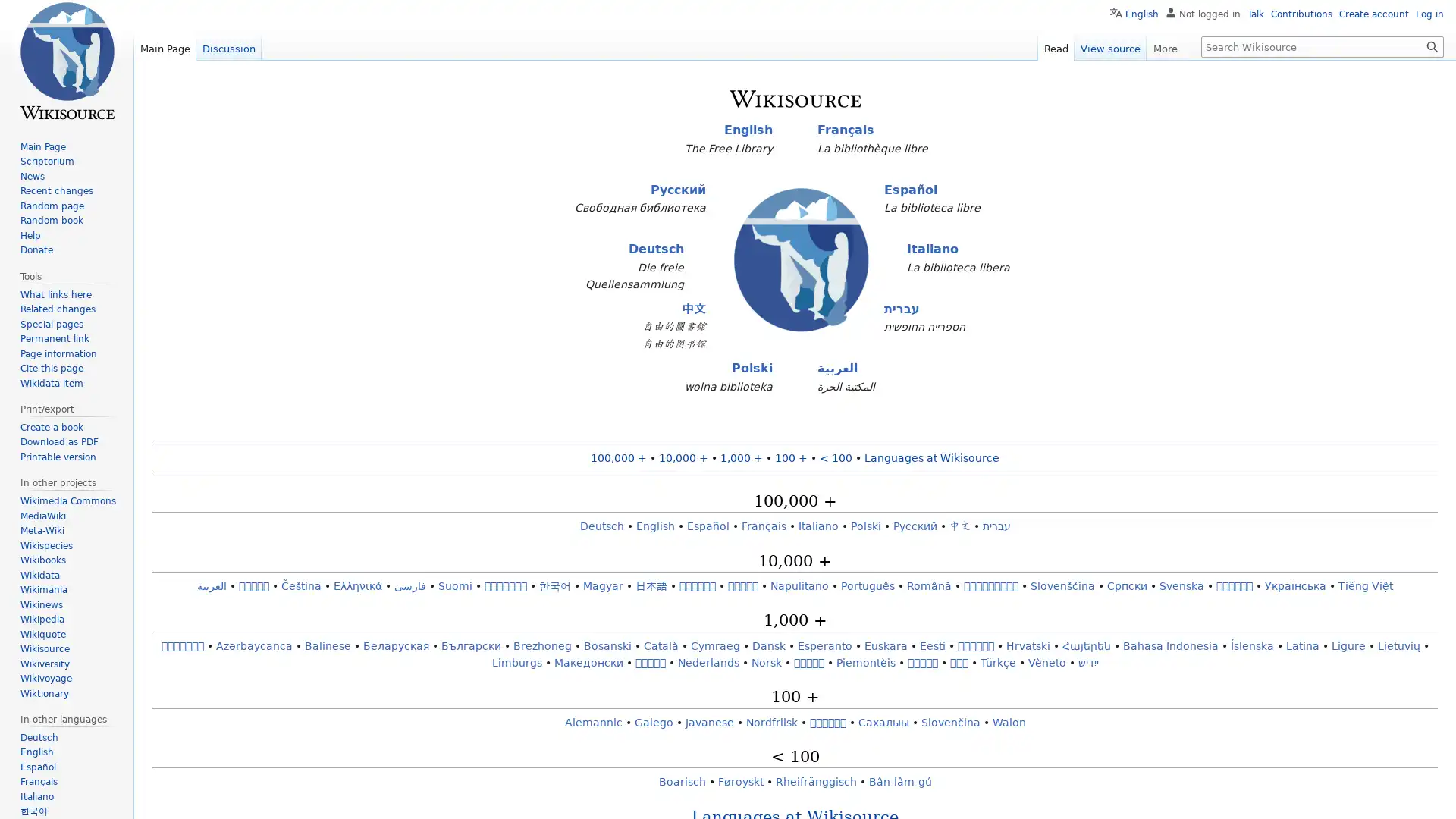  Describe the element at coordinates (1432, 45) in the screenshot. I see `Search` at that location.